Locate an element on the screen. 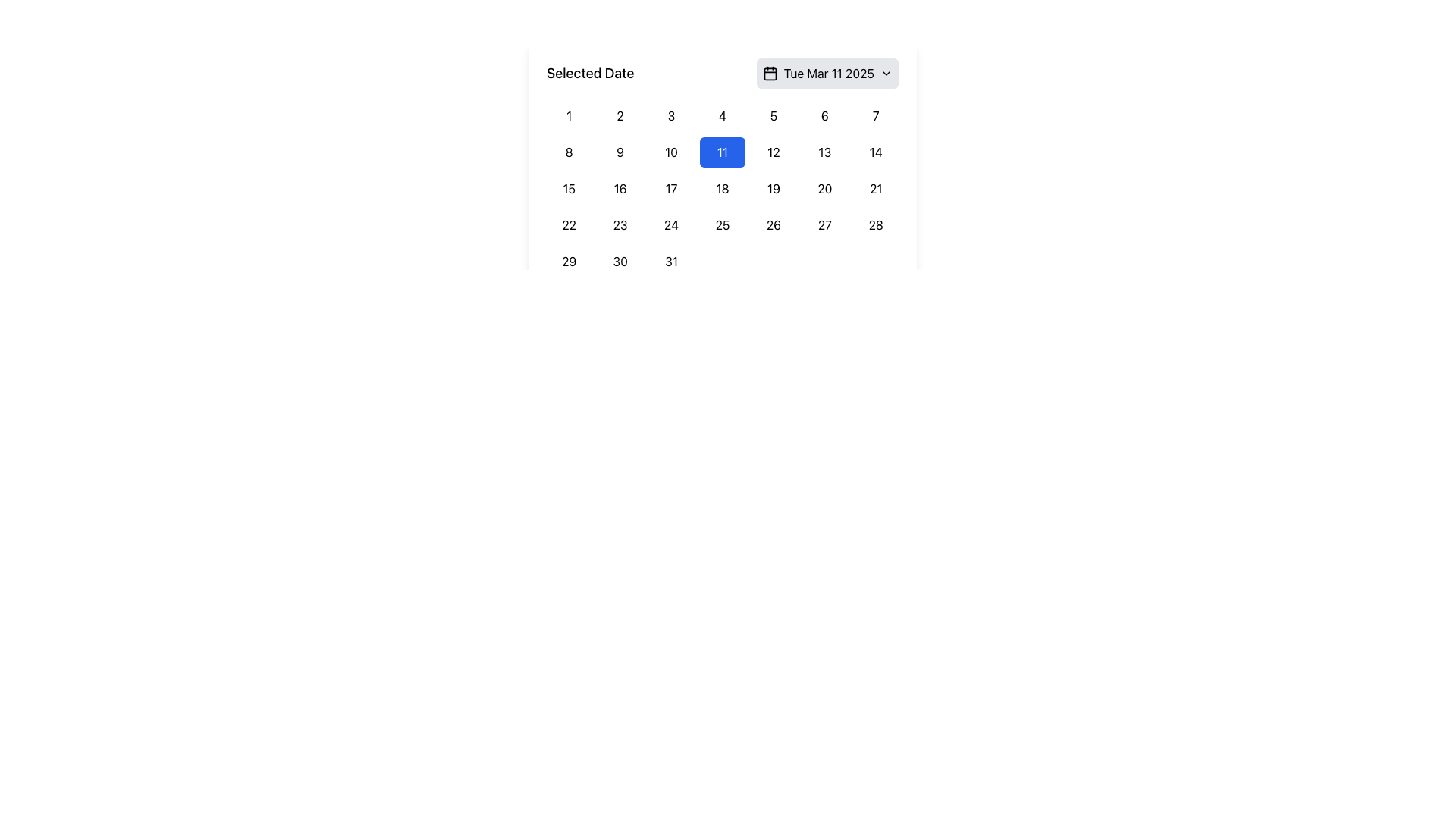  the first day of the calendar month grid cell located in the top-left corner of the grid layout is located at coordinates (568, 115).